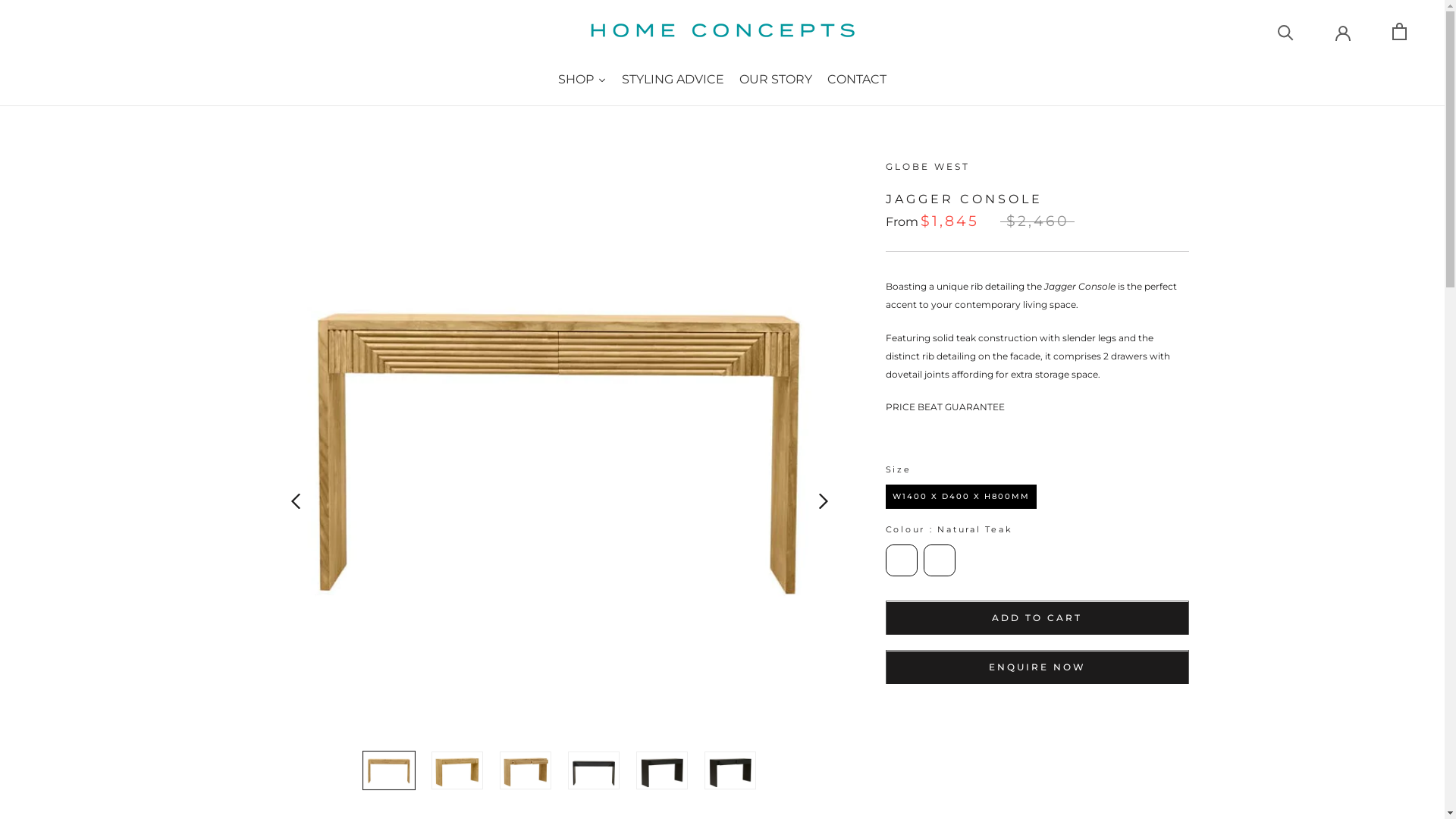  Describe the element at coordinates (856, 79) in the screenshot. I see `'CONTACT'` at that location.